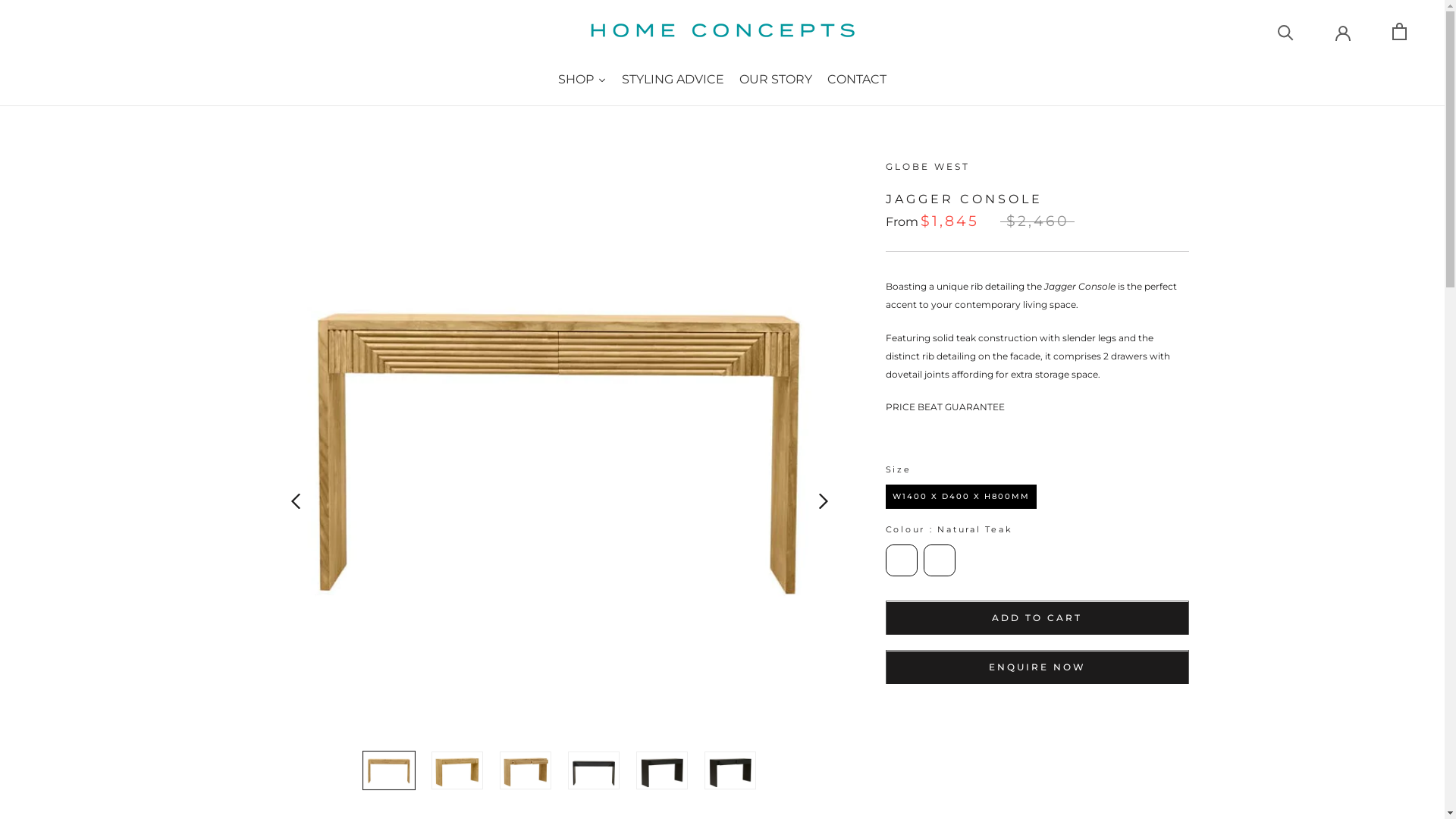  Describe the element at coordinates (856, 79) in the screenshot. I see `'CONTACT'` at that location.